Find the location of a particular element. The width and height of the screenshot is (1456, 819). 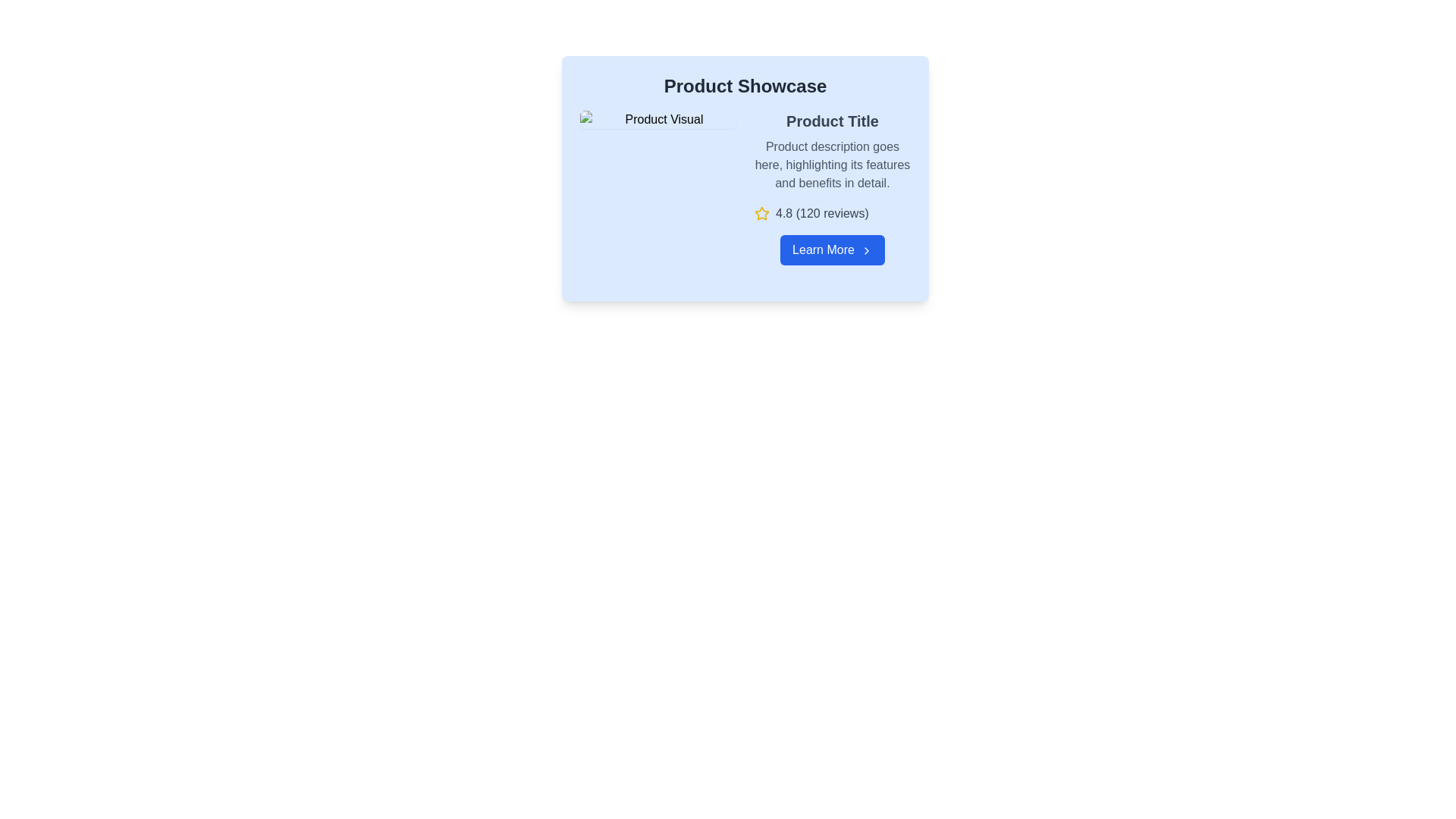

the chevron icon located at the right side of the 'Learn More' button, which indicates additional content or navigation is available is located at coordinates (866, 249).